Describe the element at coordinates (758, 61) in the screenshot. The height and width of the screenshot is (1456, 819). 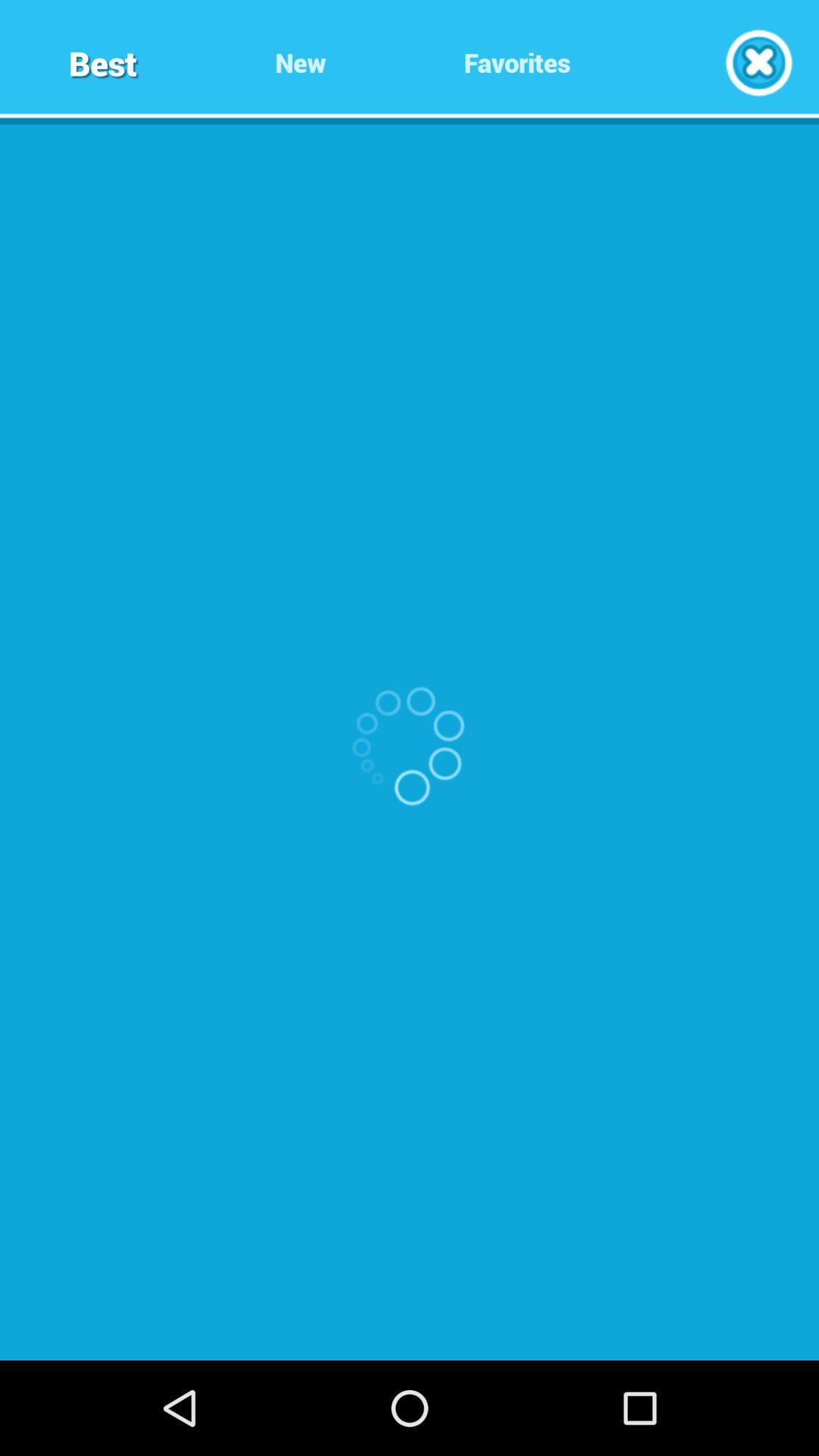
I see `exit window` at that location.